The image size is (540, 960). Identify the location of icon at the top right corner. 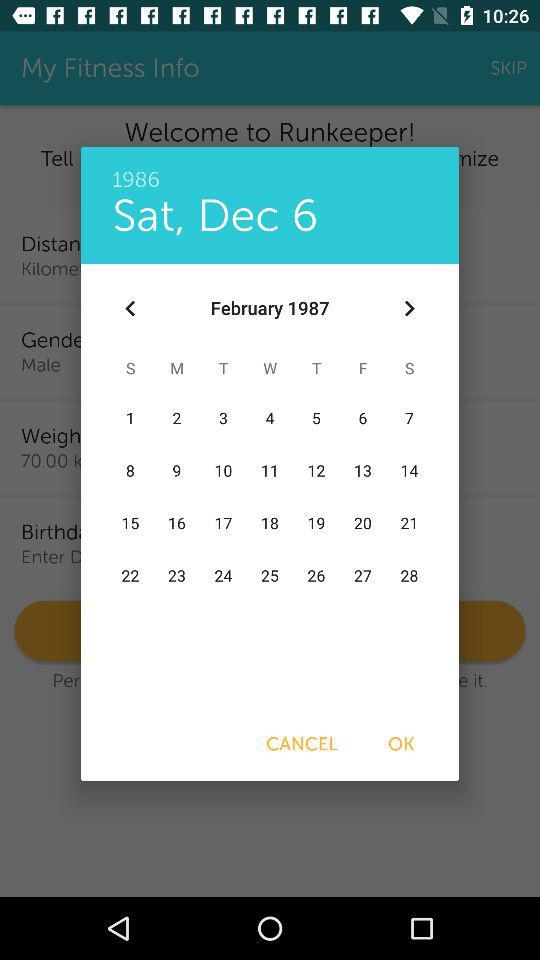
(408, 308).